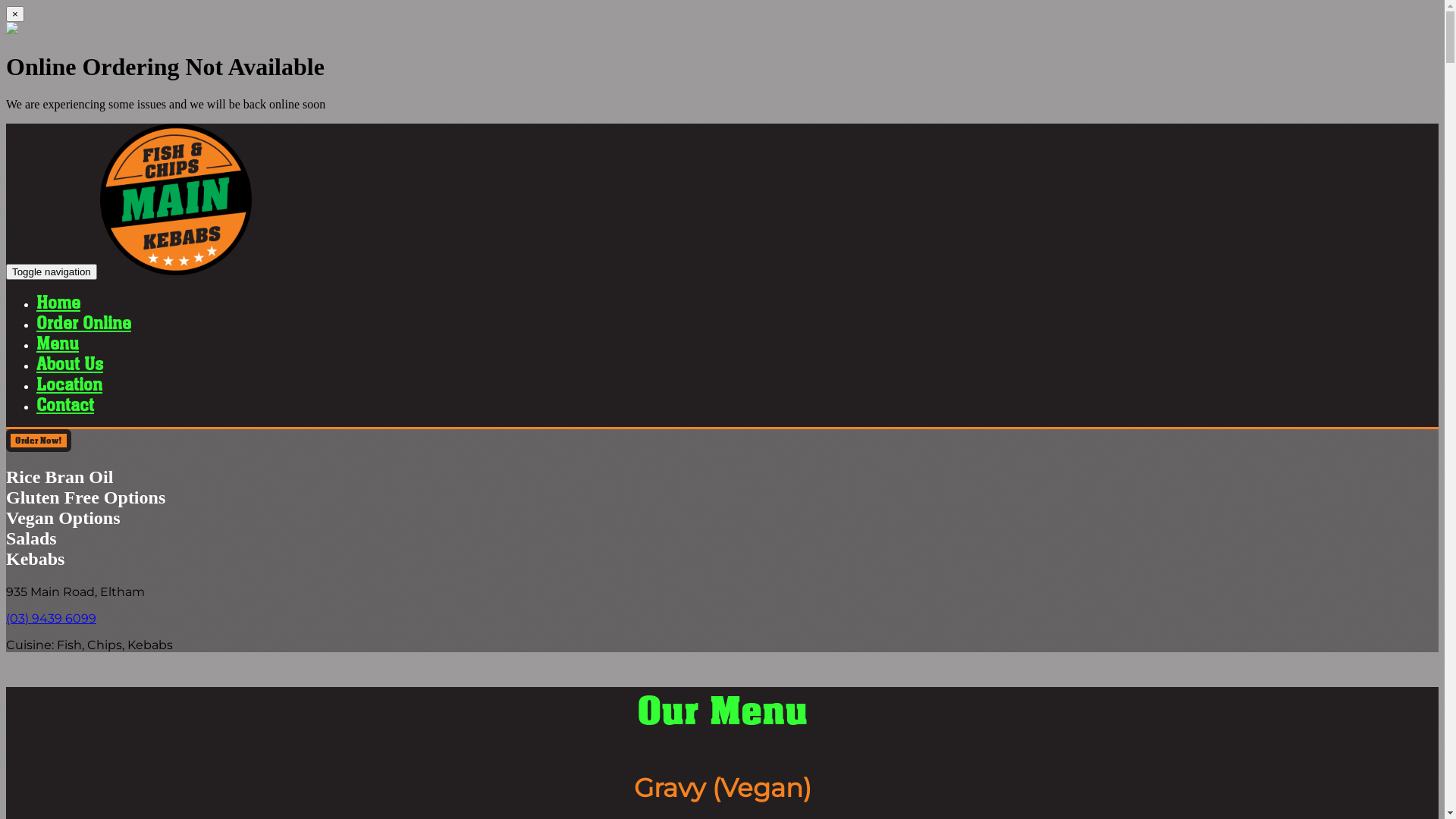 The image size is (1456, 819). What do you see at coordinates (36, 343) in the screenshot?
I see `'Menu'` at bounding box center [36, 343].